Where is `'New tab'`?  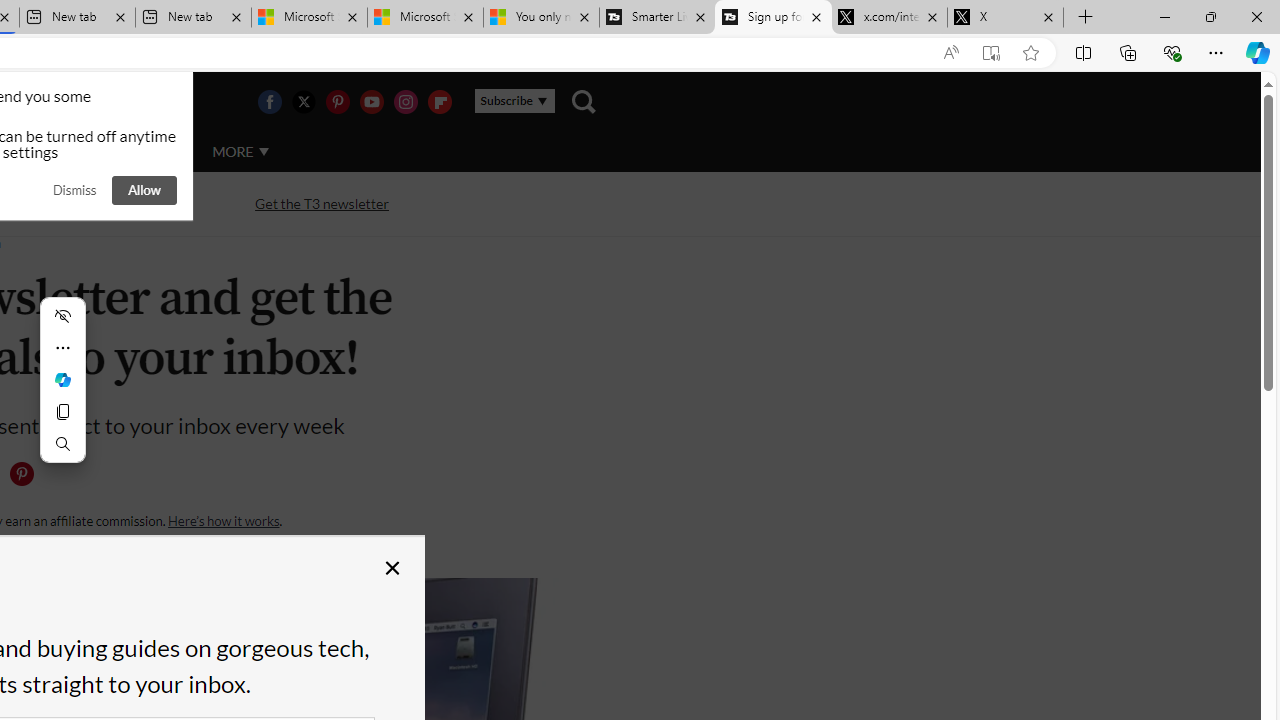
'New tab' is located at coordinates (193, 17).